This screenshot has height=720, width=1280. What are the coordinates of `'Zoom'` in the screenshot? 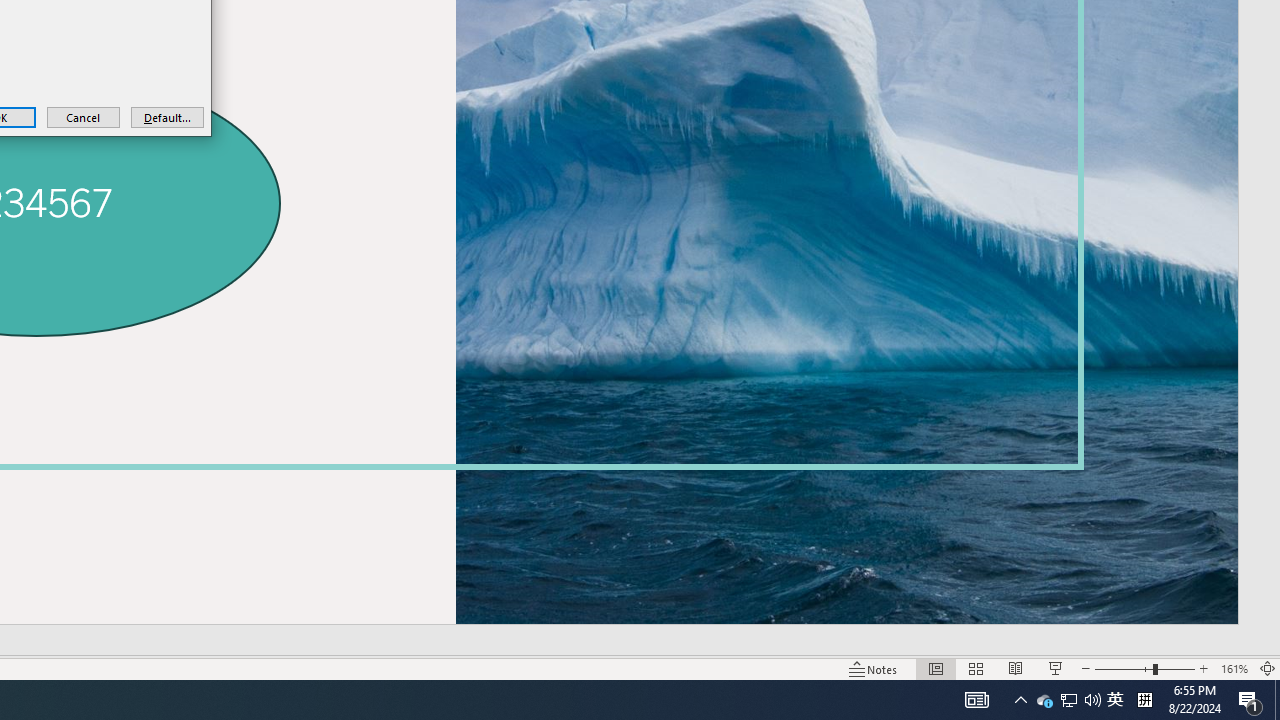 It's located at (1144, 669).